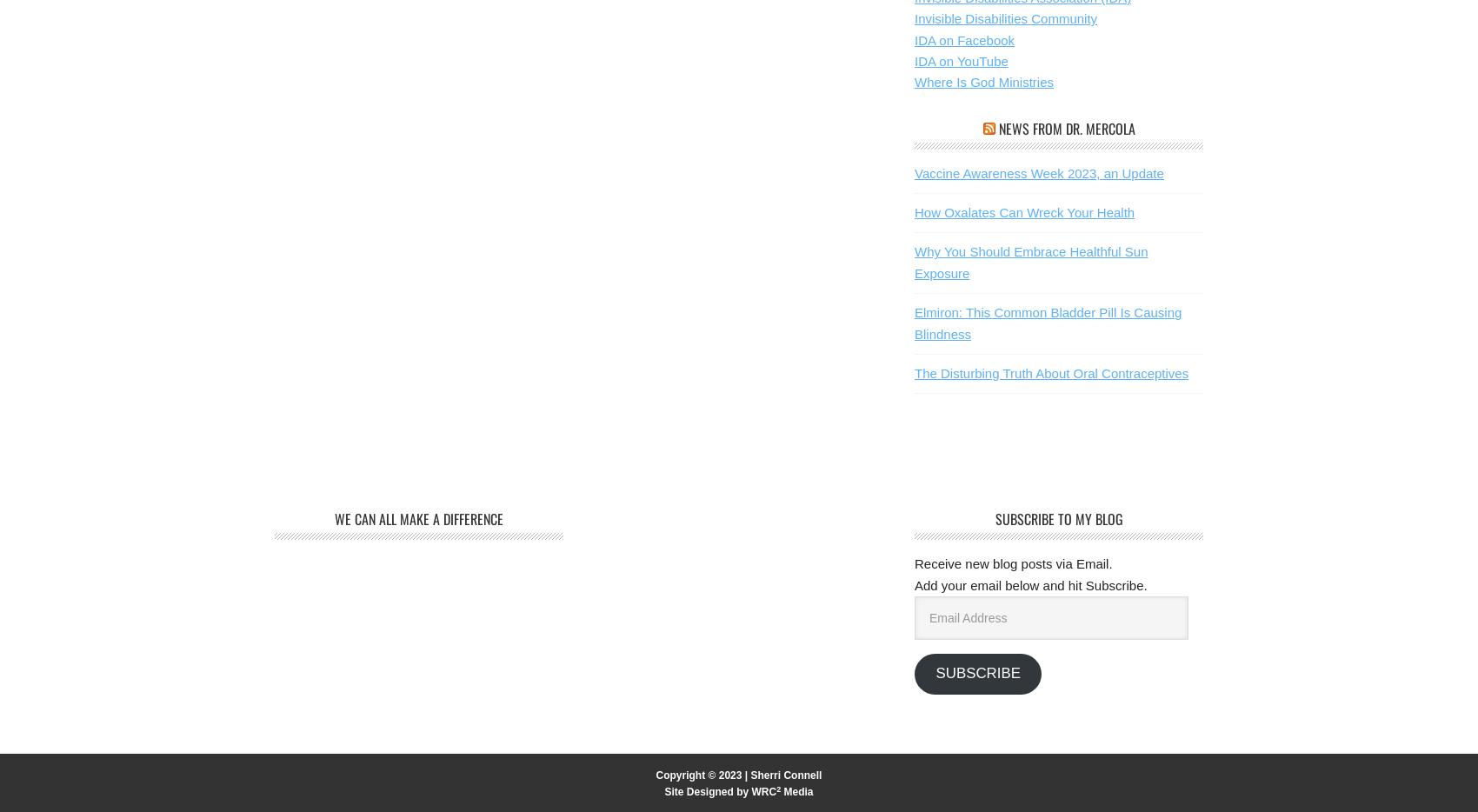 This screenshot has width=1478, height=812. What do you see at coordinates (994, 518) in the screenshot?
I see `'Subscribe to My Blog'` at bounding box center [994, 518].